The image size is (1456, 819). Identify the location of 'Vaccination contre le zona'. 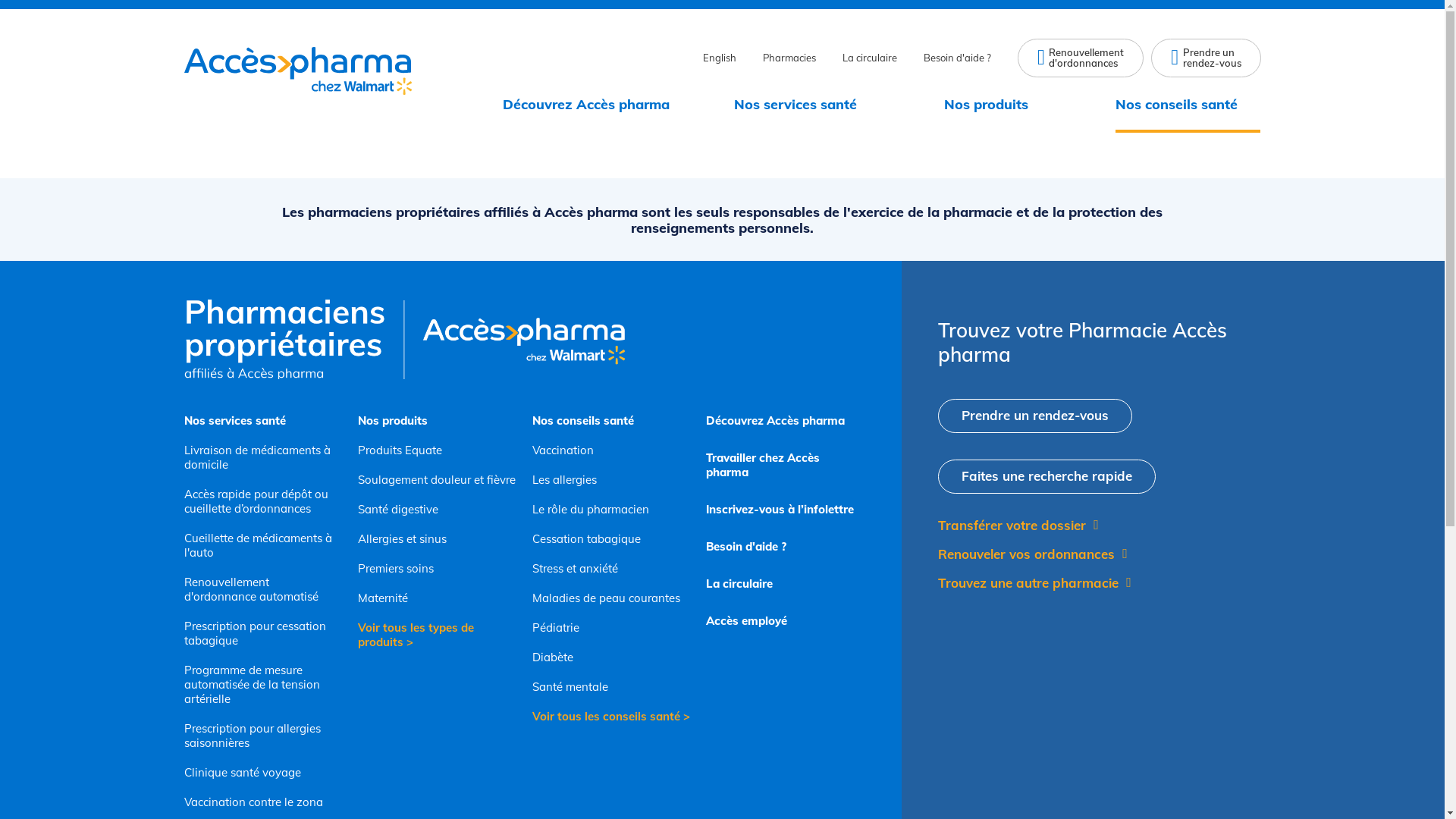
(262, 801).